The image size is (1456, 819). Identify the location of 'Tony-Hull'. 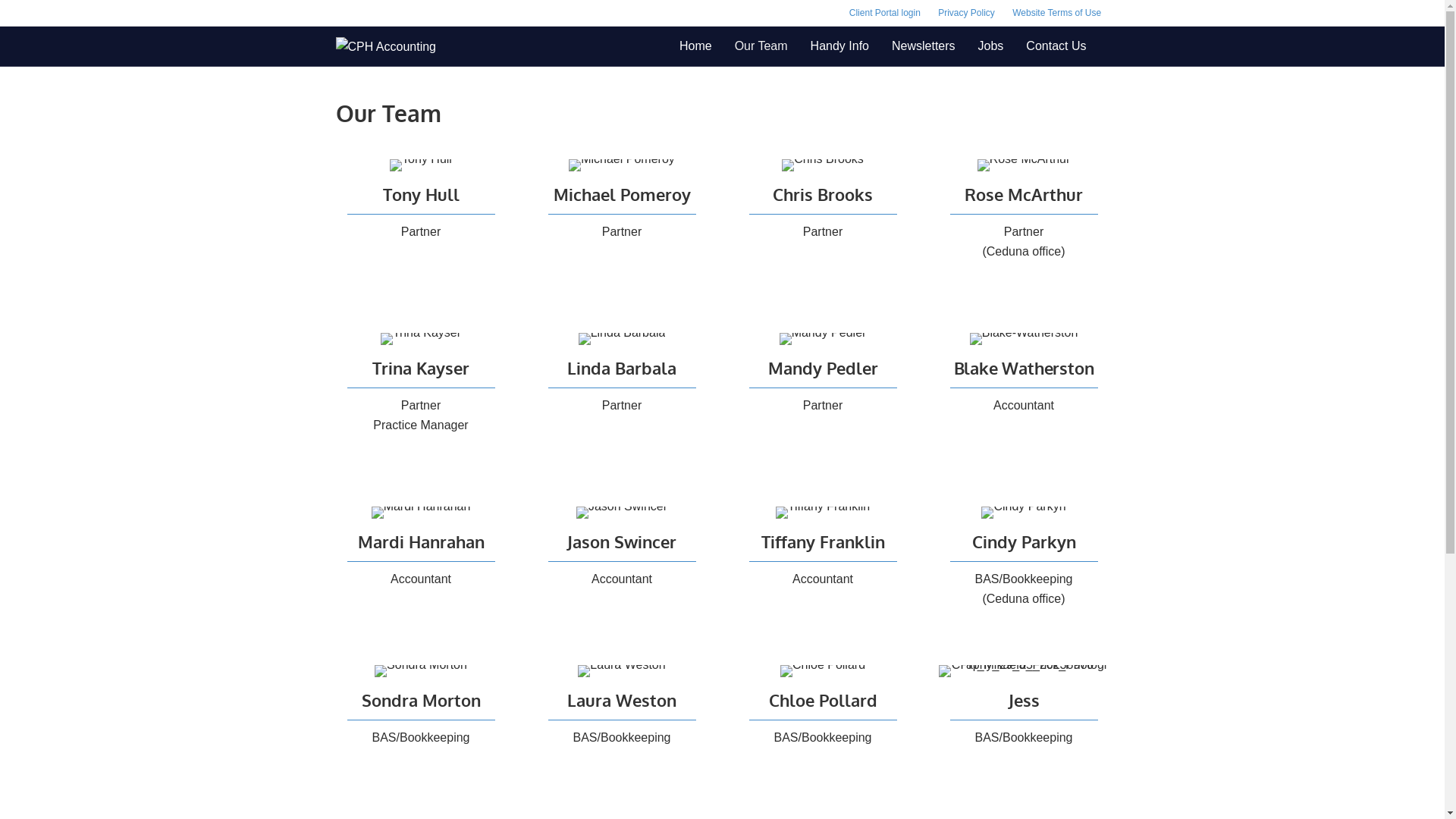
(421, 165).